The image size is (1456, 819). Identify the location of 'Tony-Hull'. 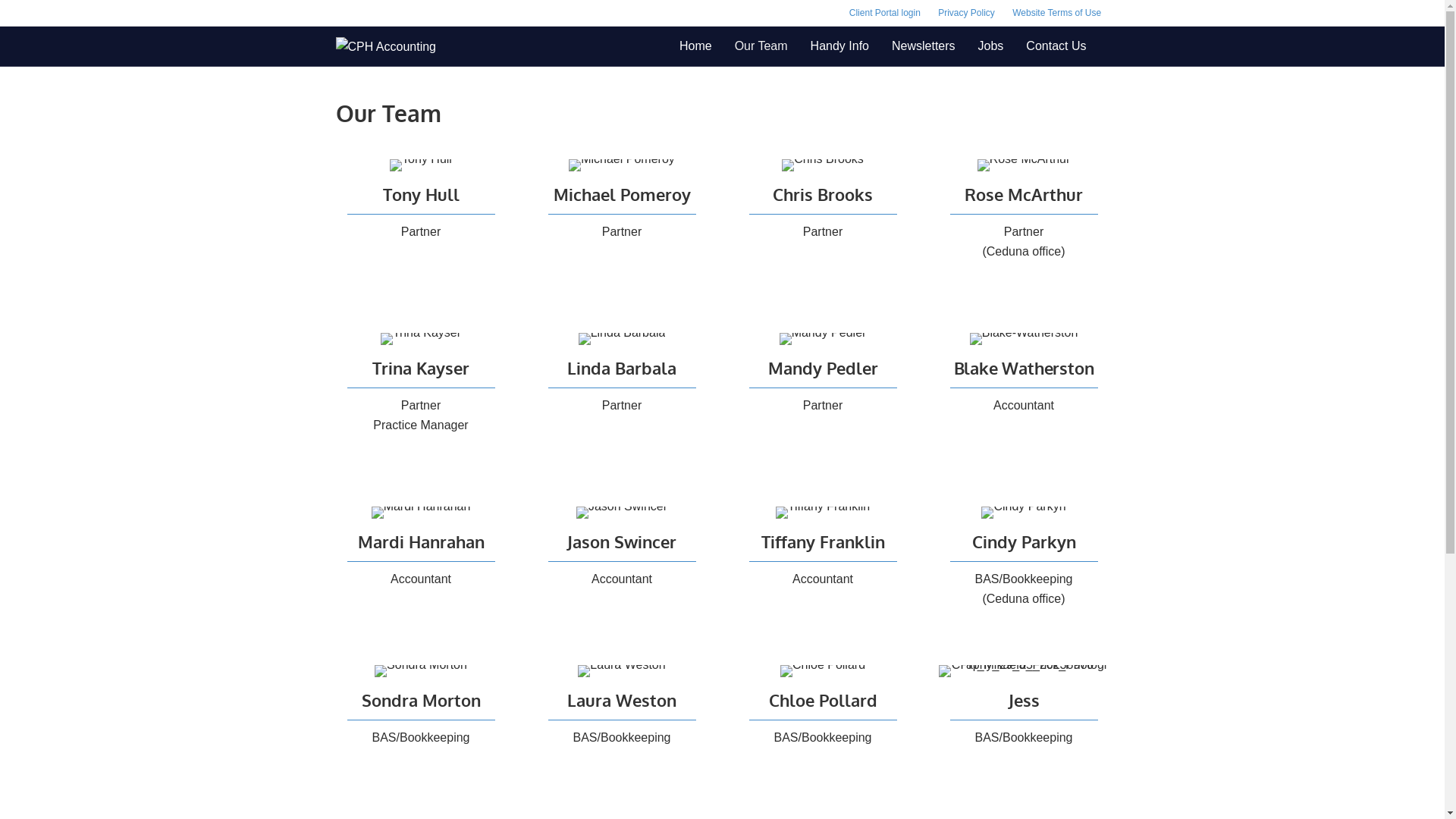
(421, 165).